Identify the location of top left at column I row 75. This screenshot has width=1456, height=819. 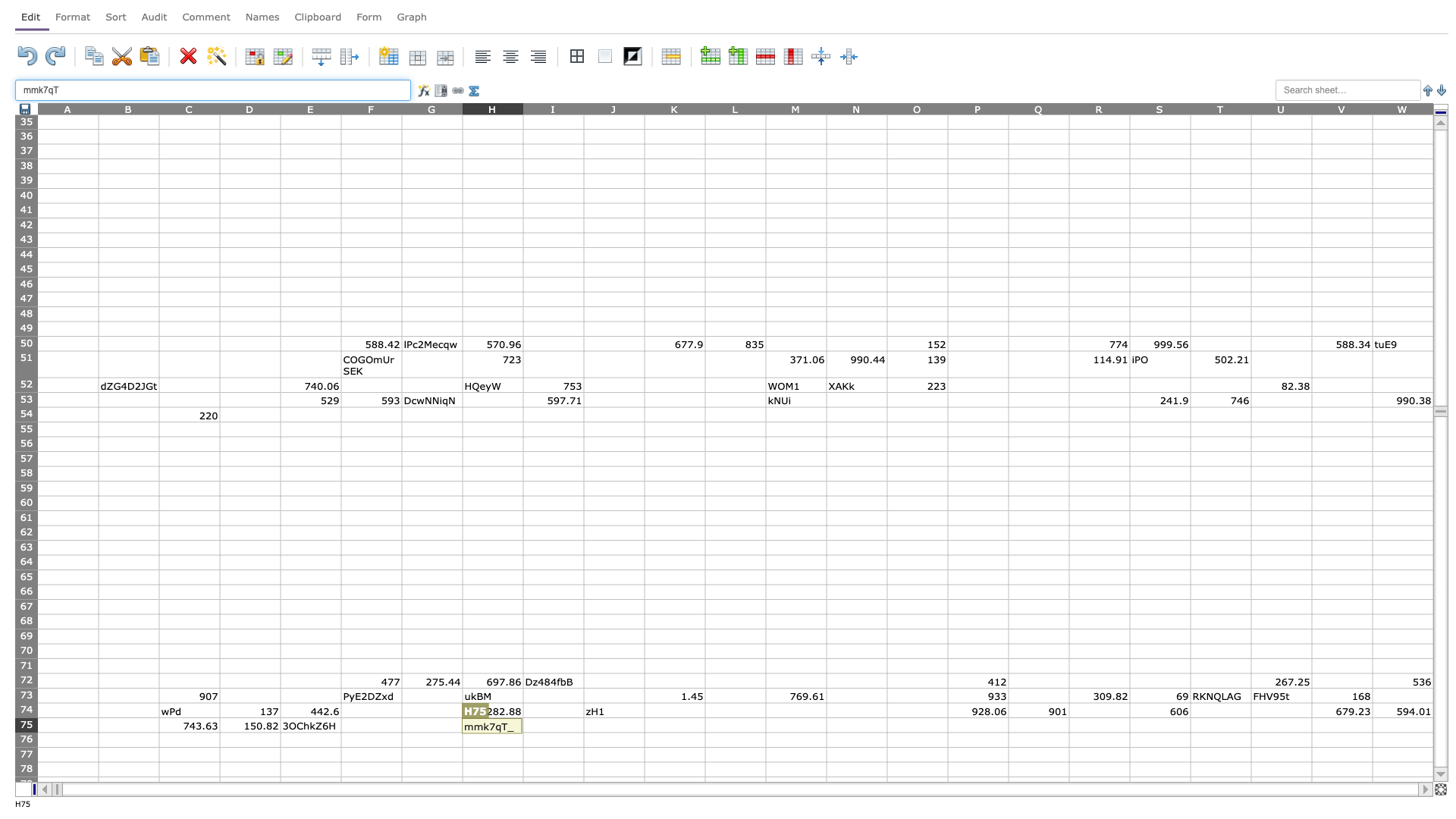
(523, 717).